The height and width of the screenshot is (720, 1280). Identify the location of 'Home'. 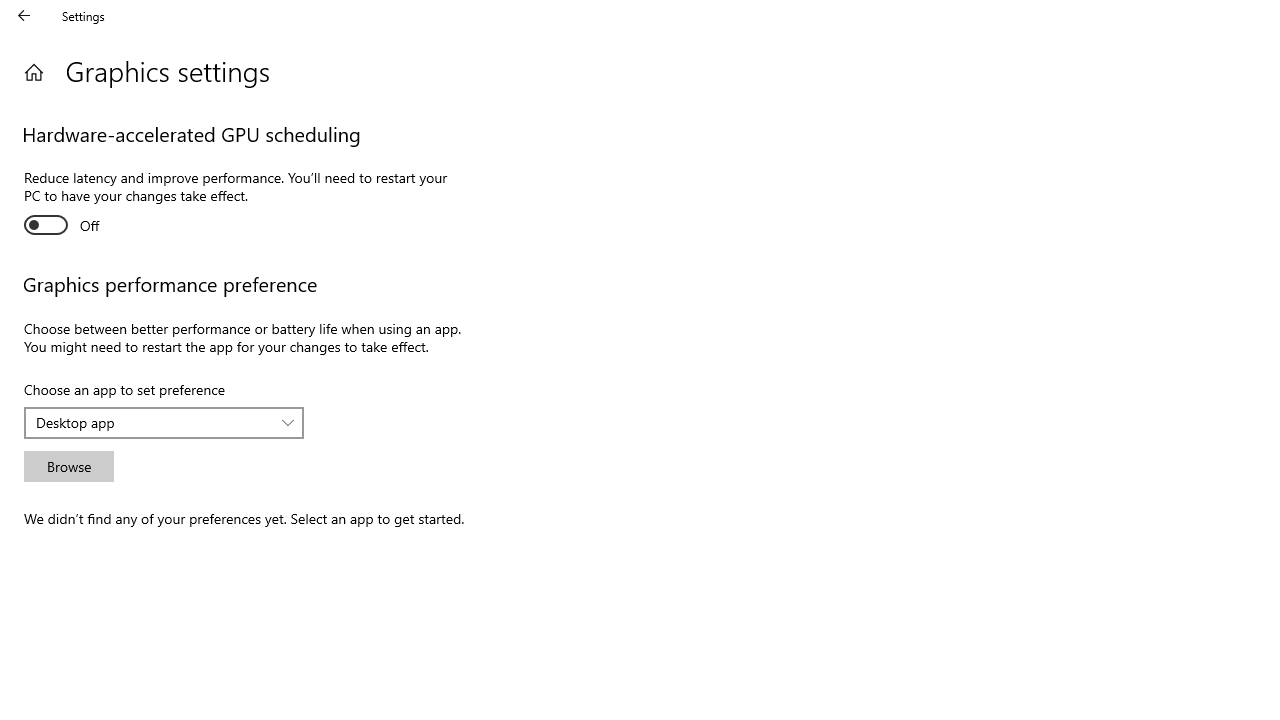
(33, 71).